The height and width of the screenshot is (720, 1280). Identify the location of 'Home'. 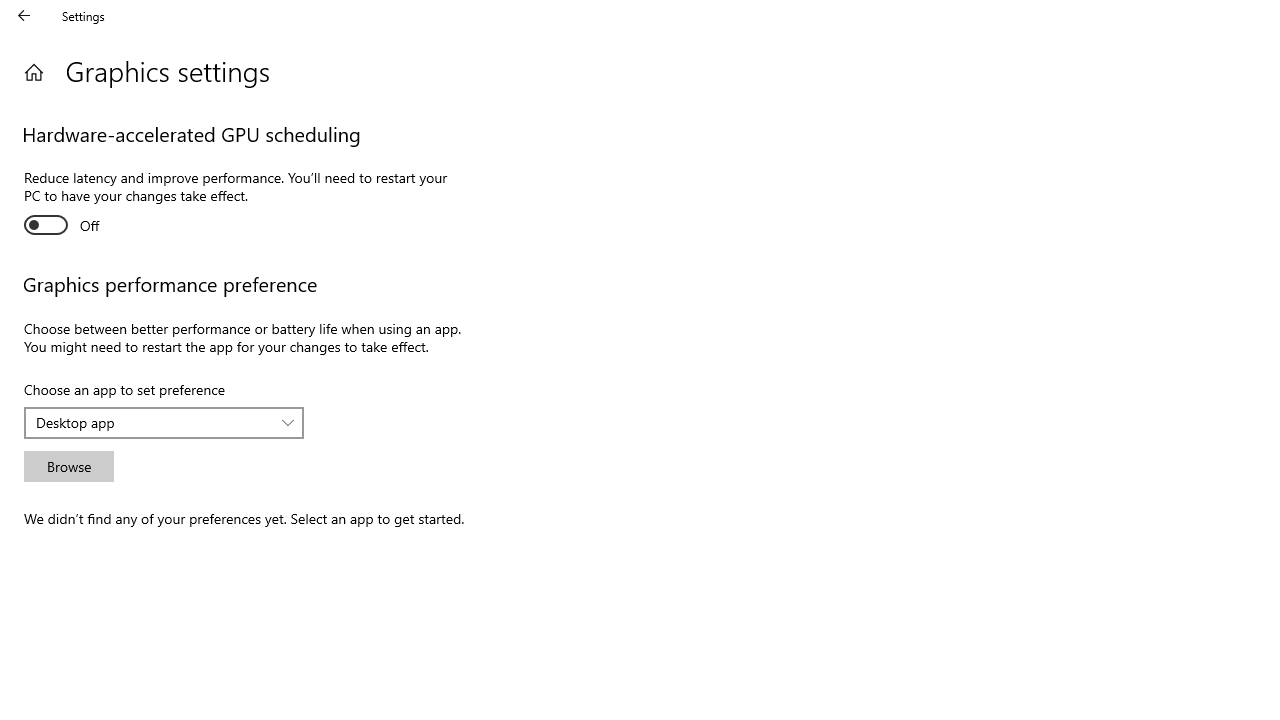
(33, 71).